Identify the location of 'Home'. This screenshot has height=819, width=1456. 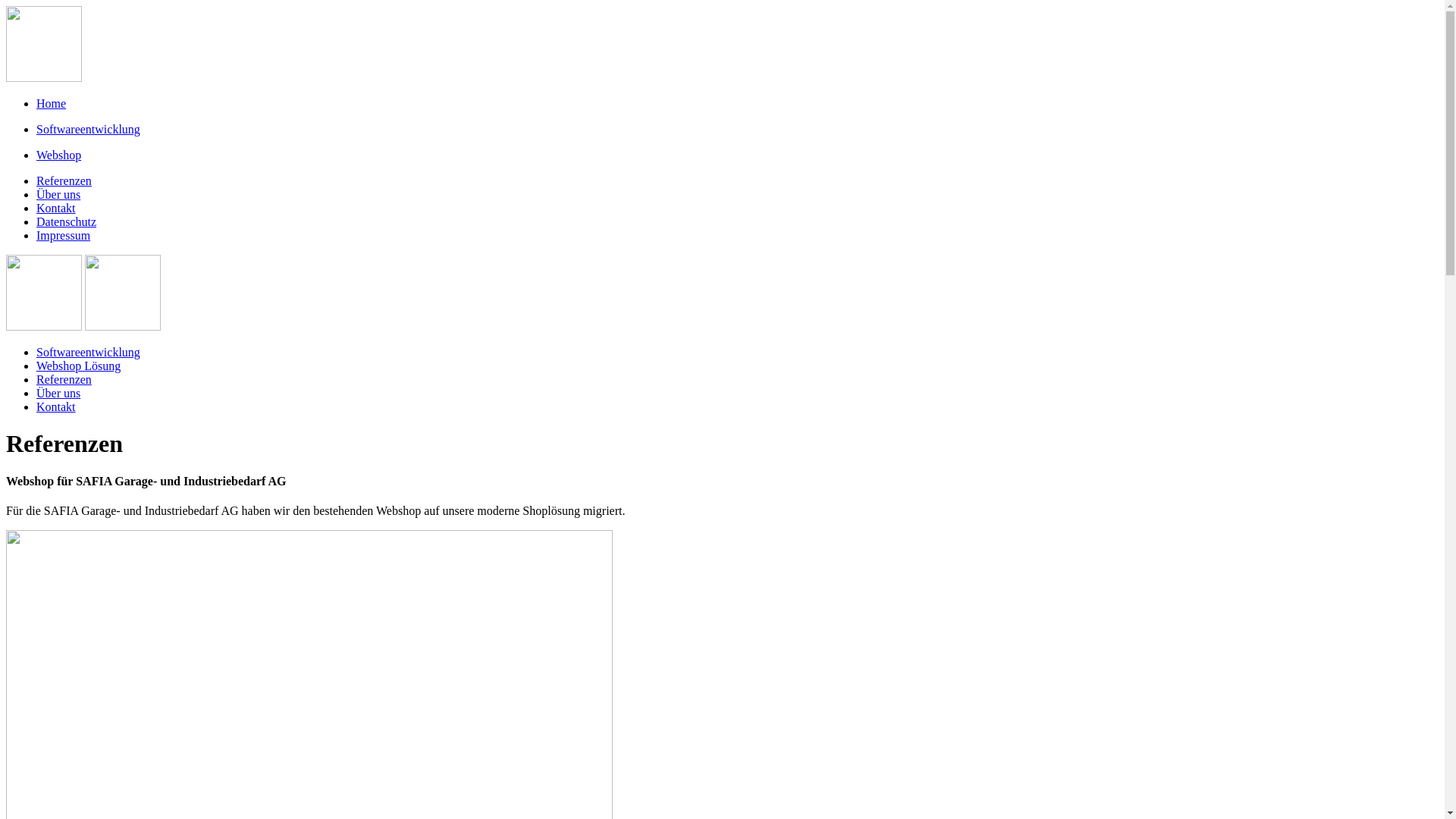
(51, 102).